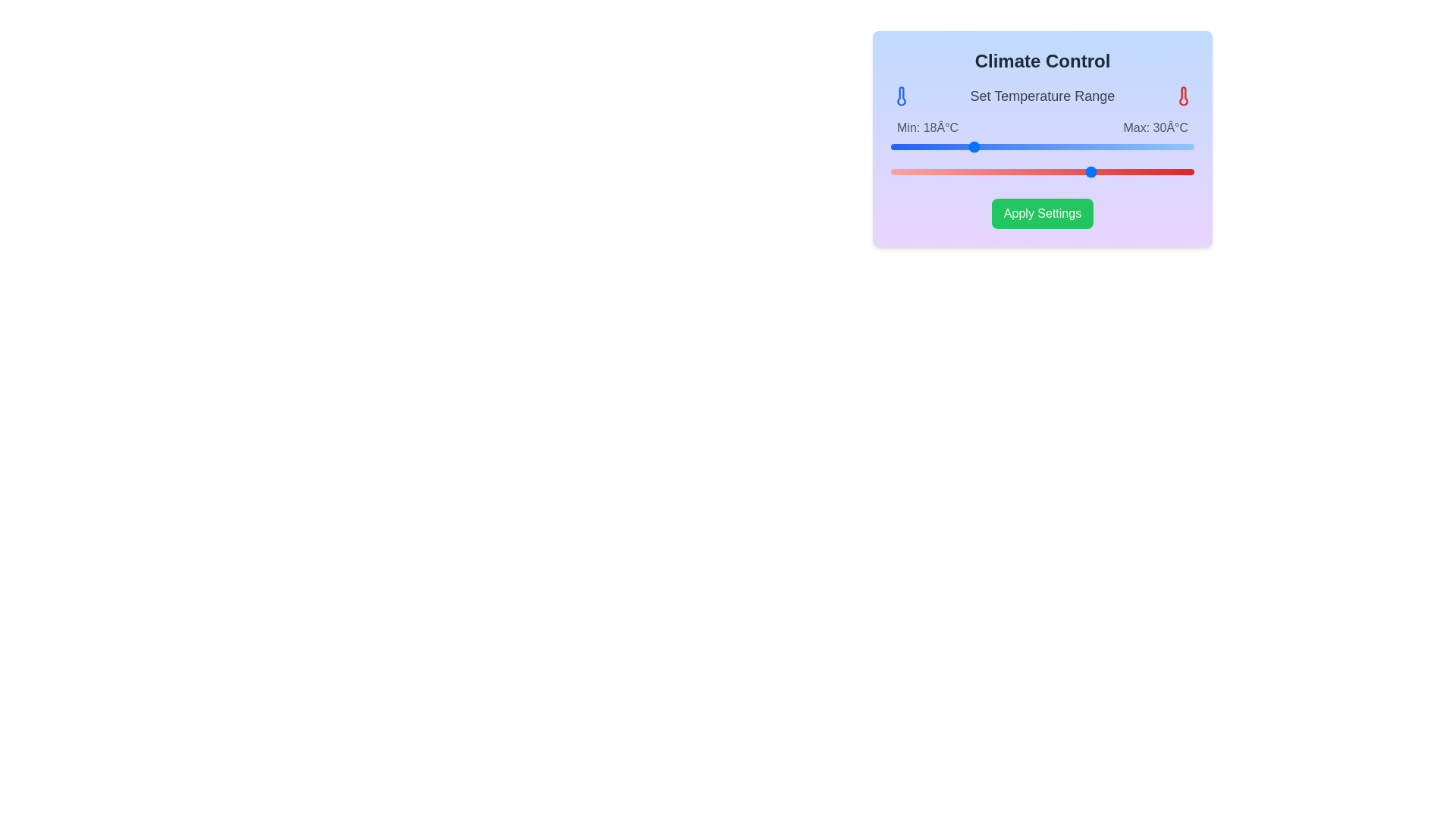  What do you see at coordinates (1041, 171) in the screenshot?
I see `the maximum temperature range to 25°C using the right slider` at bounding box center [1041, 171].